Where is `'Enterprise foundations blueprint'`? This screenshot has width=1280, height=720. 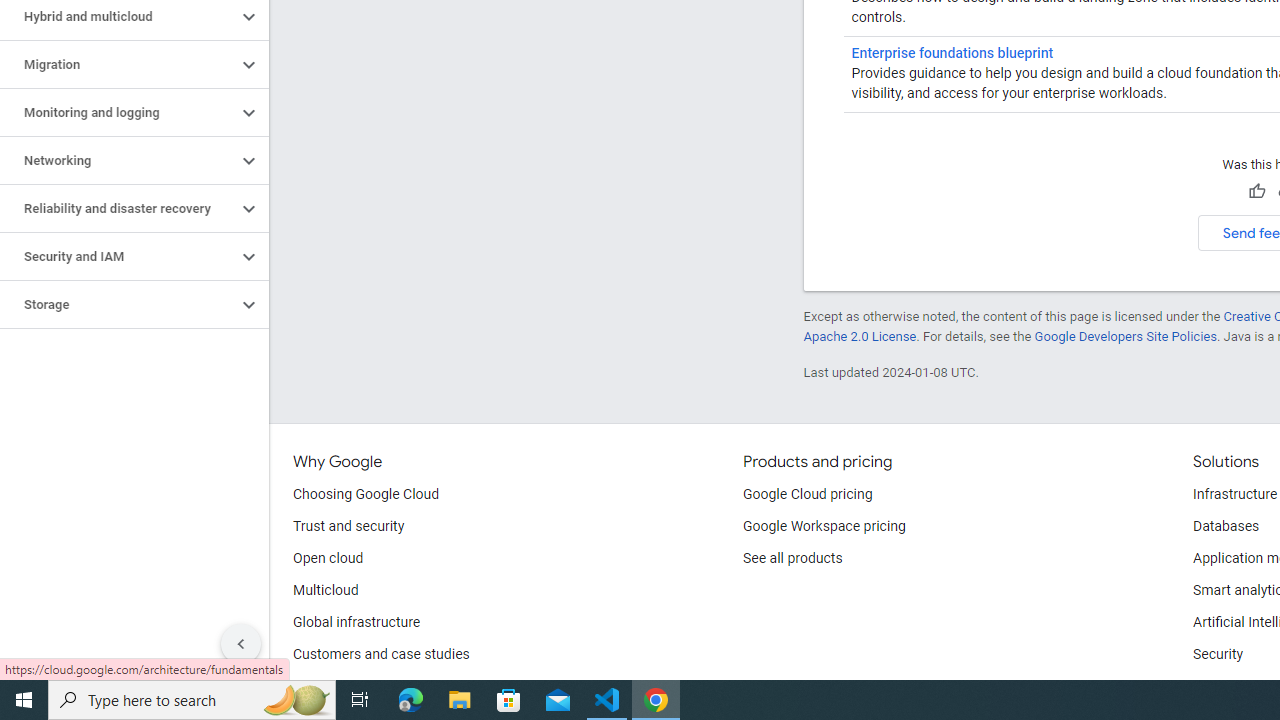 'Enterprise foundations blueprint' is located at coordinates (951, 52).